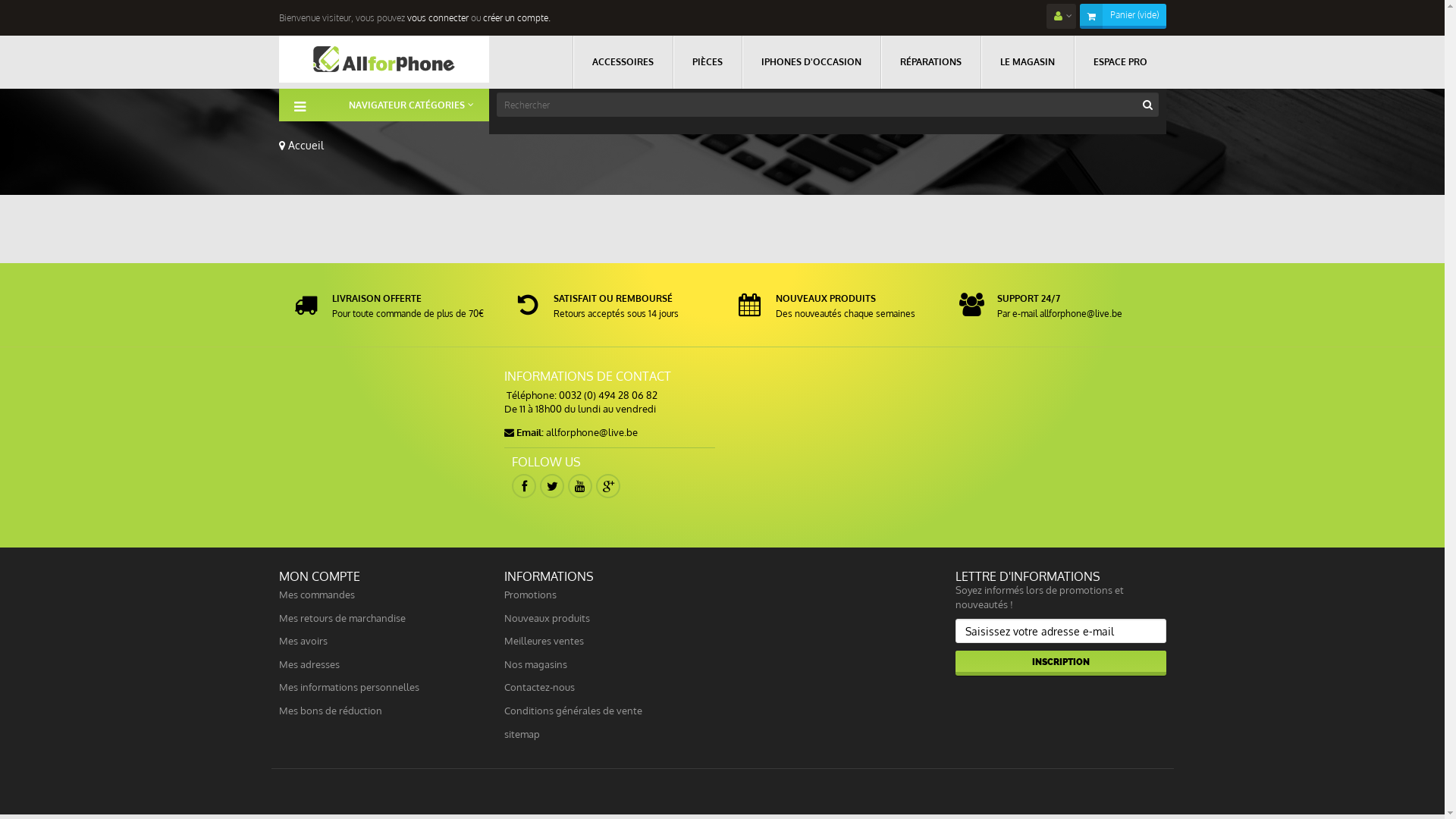 The image size is (1456, 819). Describe the element at coordinates (1073, 61) in the screenshot. I see `'ESPACE PRO'` at that location.